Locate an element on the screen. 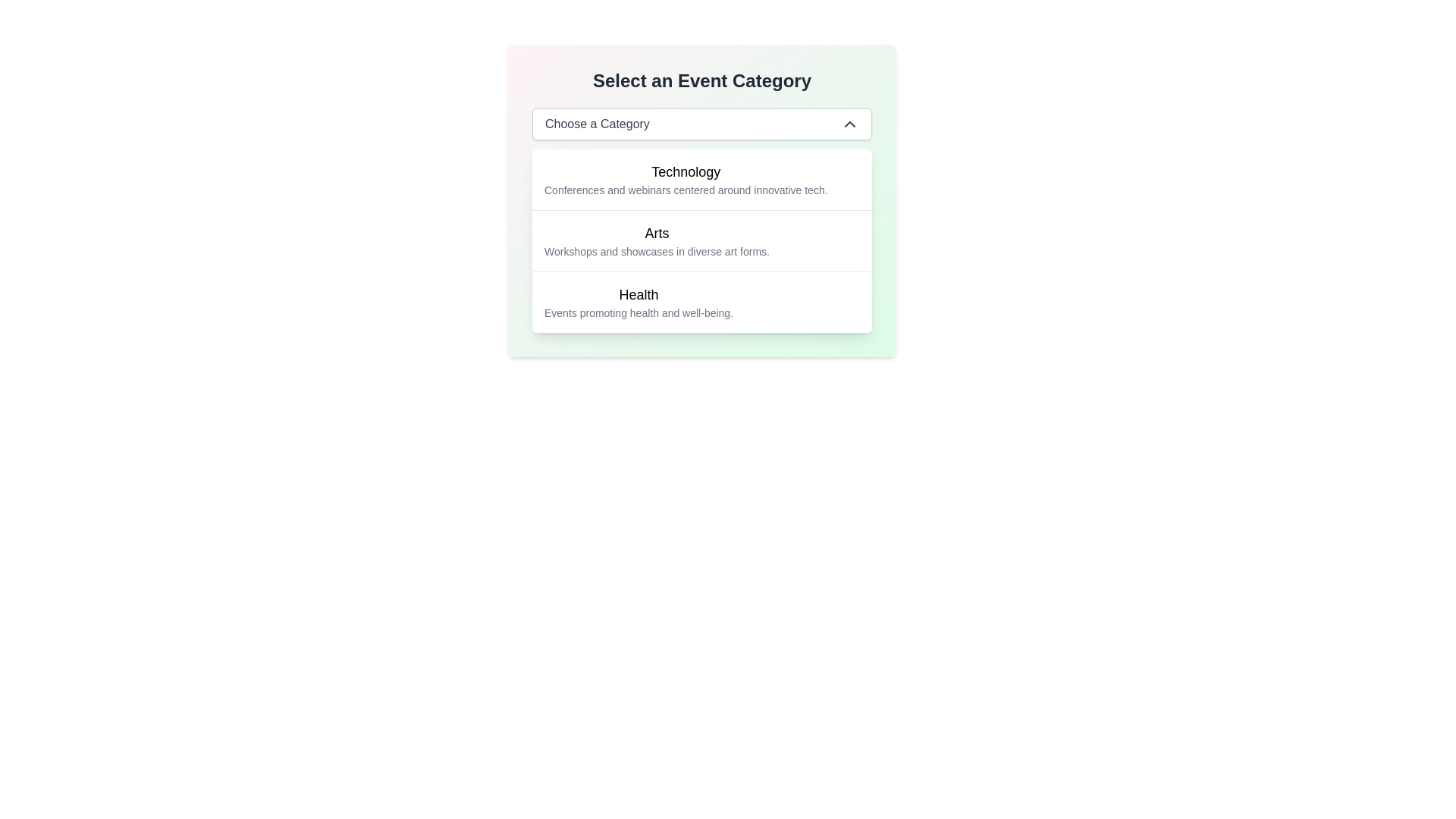  to select the 'Arts' category, which is the second item in a vertically arranged list, featuring a bold title 'Arts' and a smaller gray subtext, located within a white rectangular area with rounded corners is located at coordinates (701, 240).